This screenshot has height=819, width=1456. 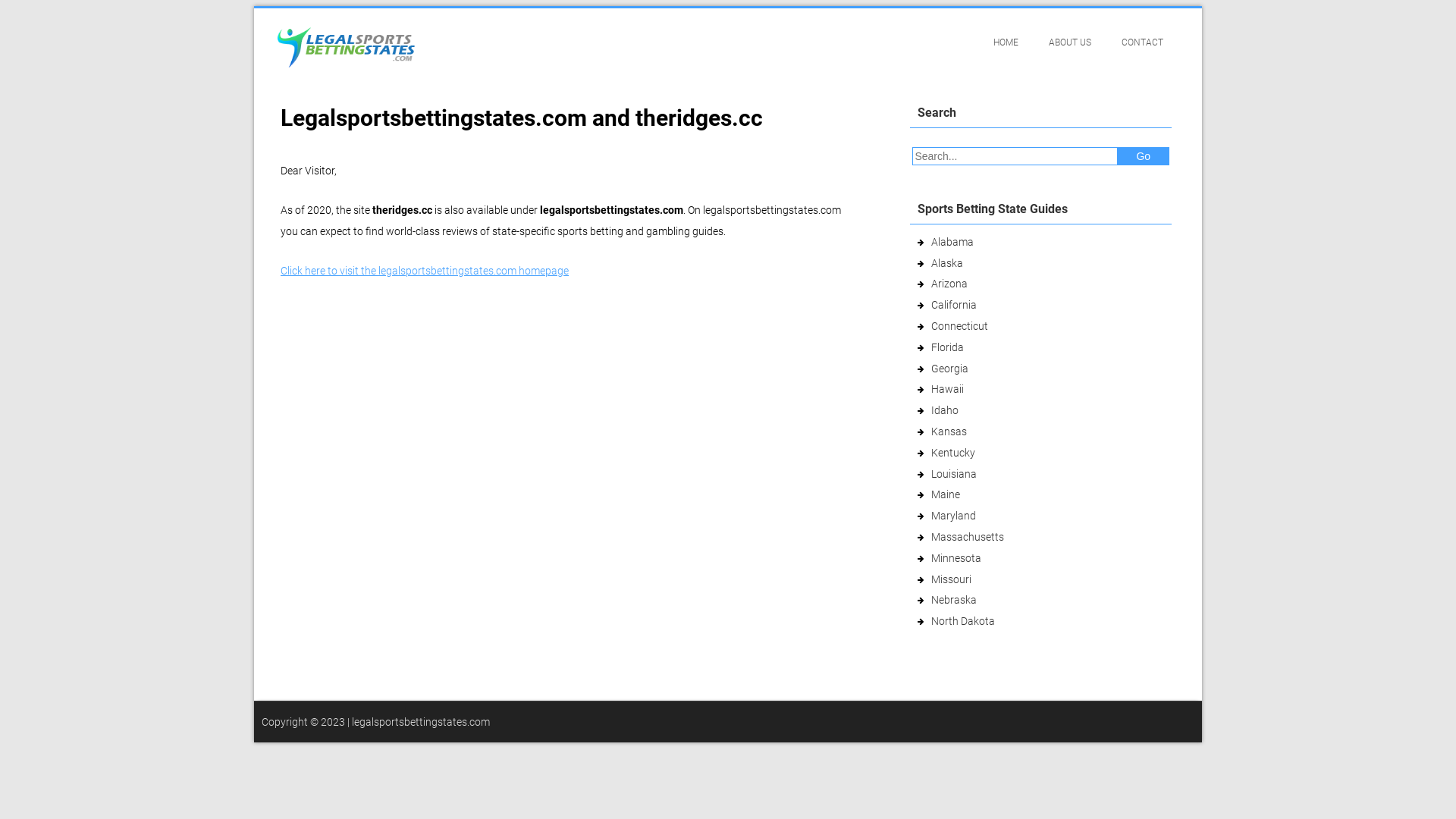 I want to click on 'Go', so click(x=1143, y=155).